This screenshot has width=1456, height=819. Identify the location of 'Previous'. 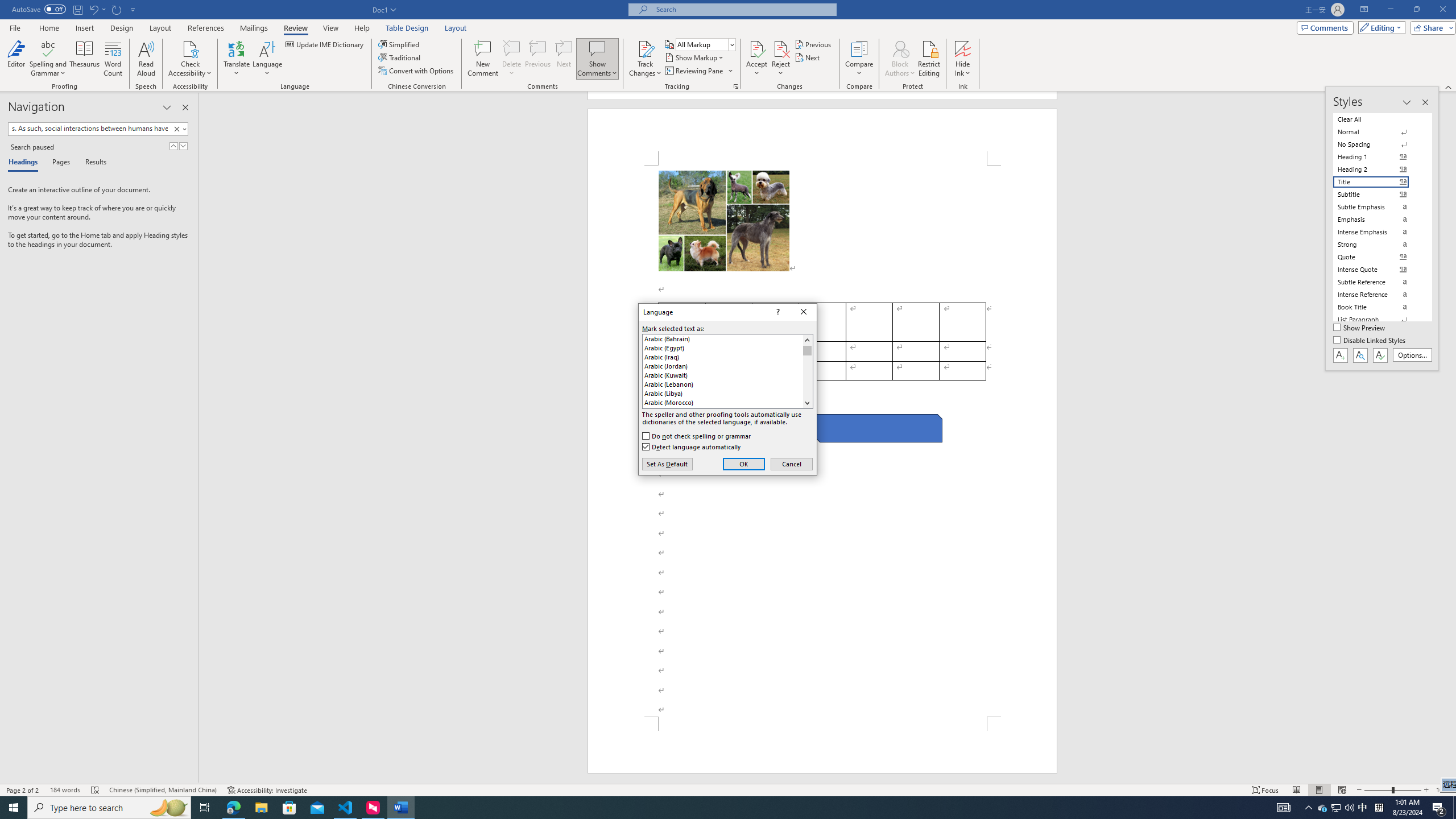
(813, 44).